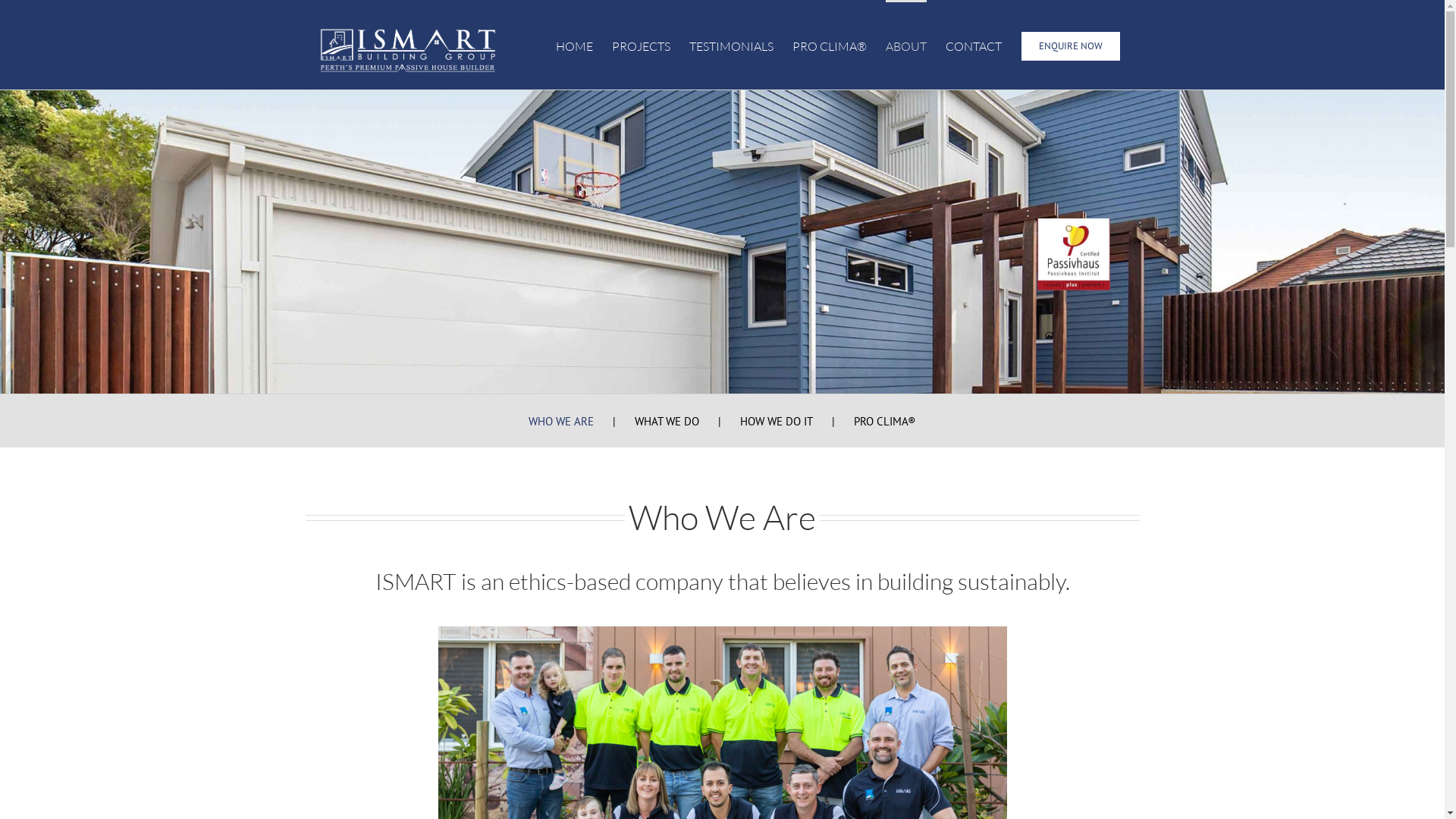  I want to click on 'HOME', so click(573, 43).